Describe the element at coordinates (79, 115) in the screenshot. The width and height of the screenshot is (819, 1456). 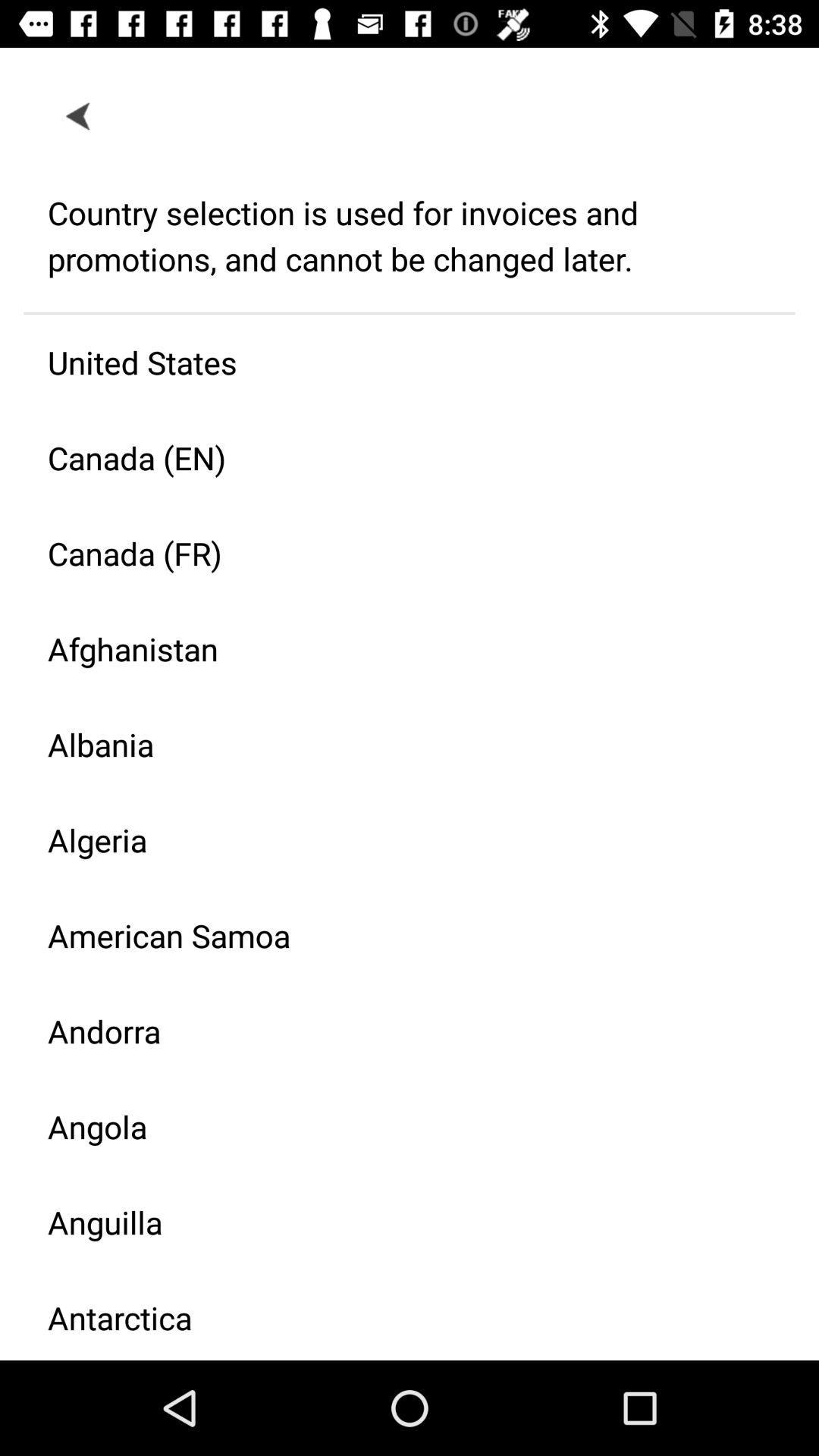
I see `icon above the country selection is icon` at that location.